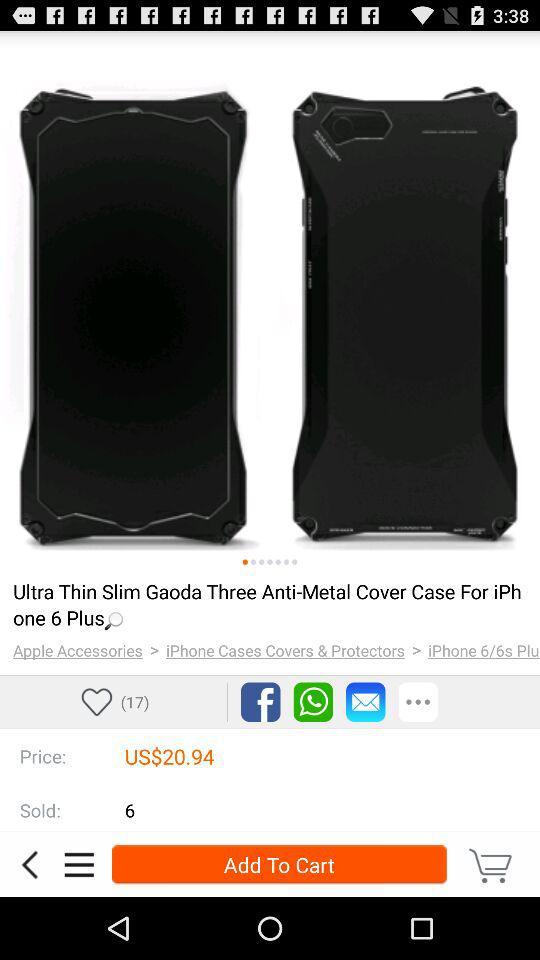 Image resolution: width=540 pixels, height=960 pixels. What do you see at coordinates (293, 562) in the screenshot?
I see `the last picture in the series` at bounding box center [293, 562].